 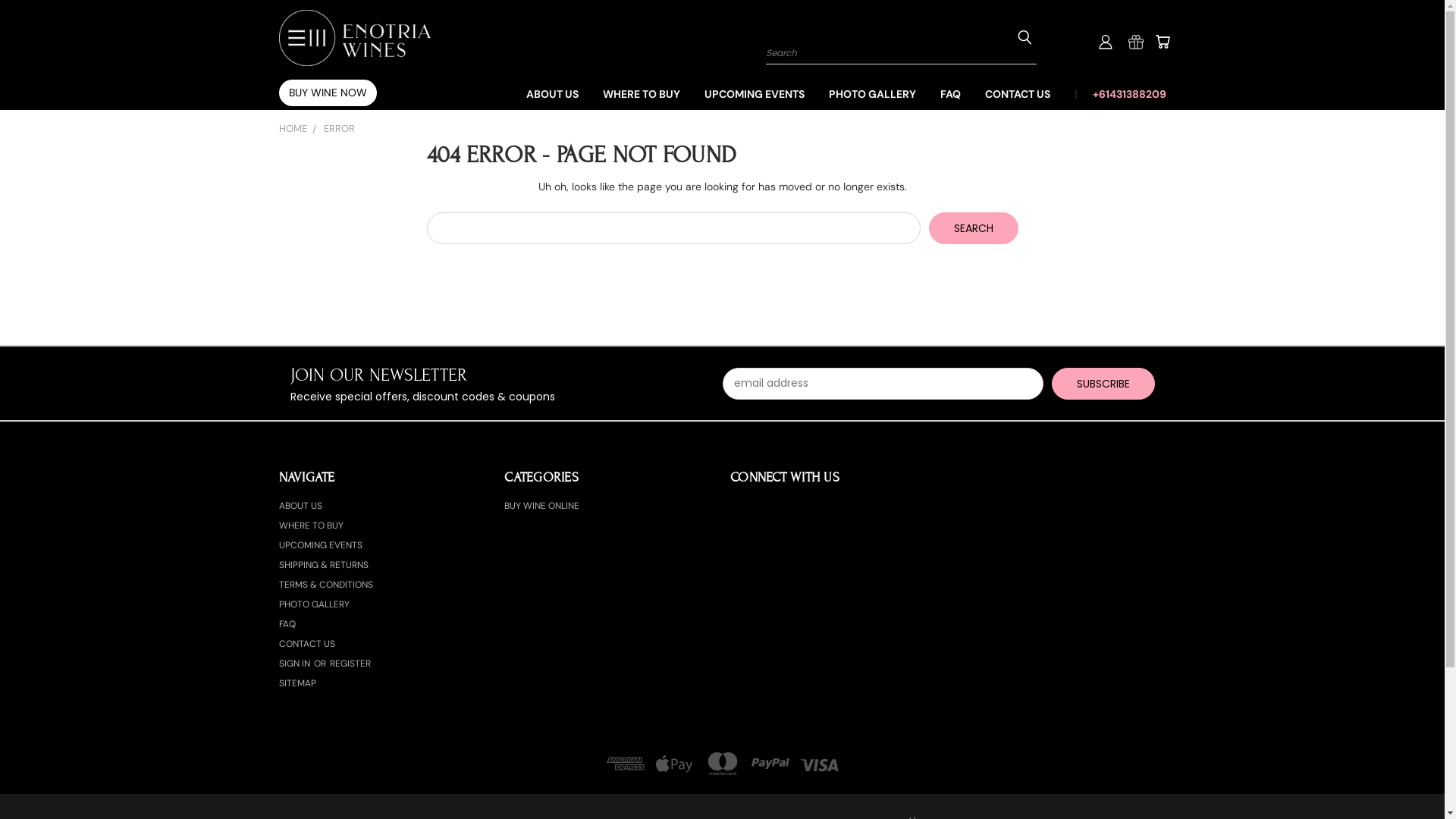 I want to click on 'SHIPPING & RETURNS', so click(x=323, y=567).